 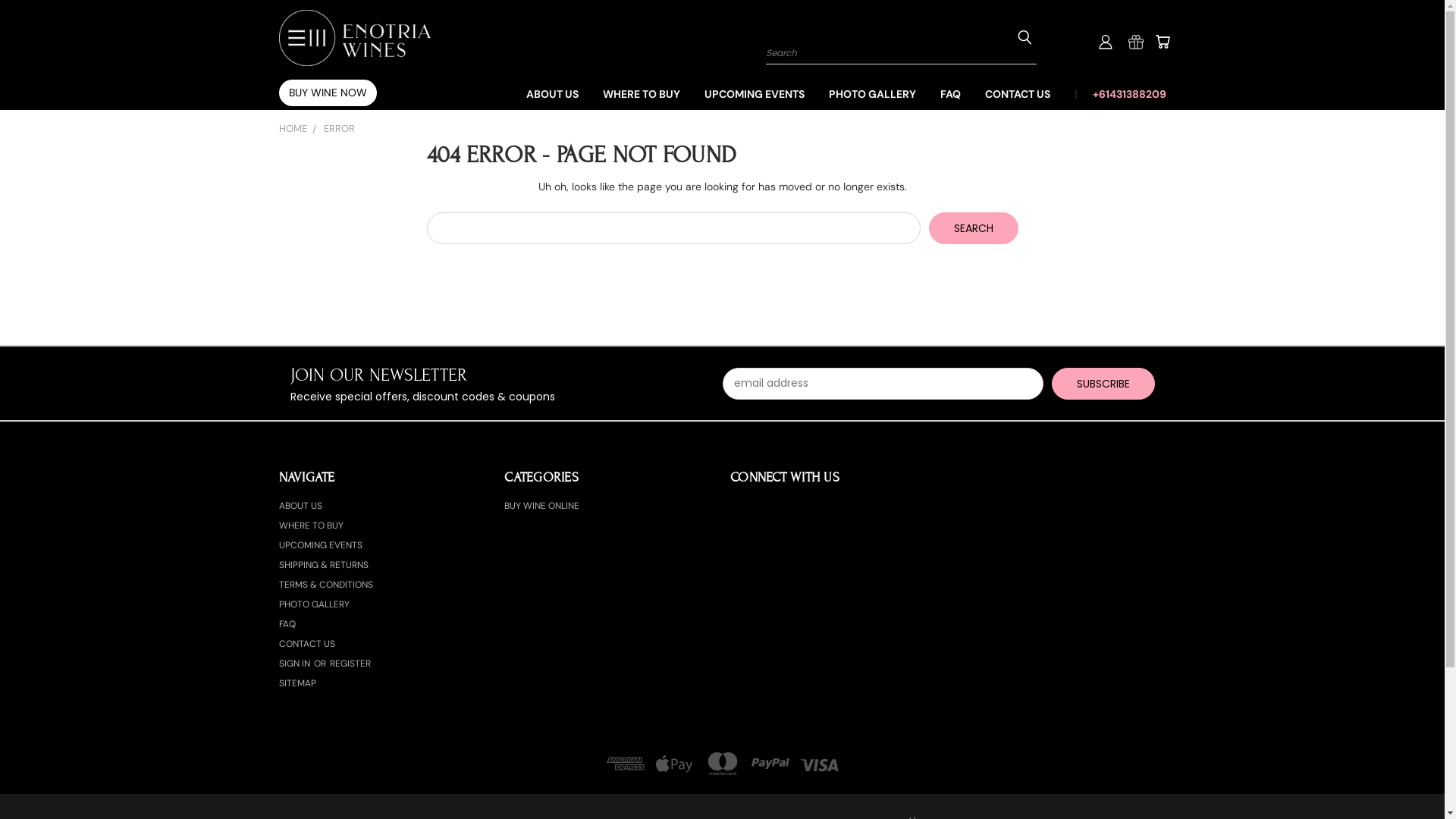 I want to click on 'SHIPPING & RETURNS', so click(x=323, y=567).